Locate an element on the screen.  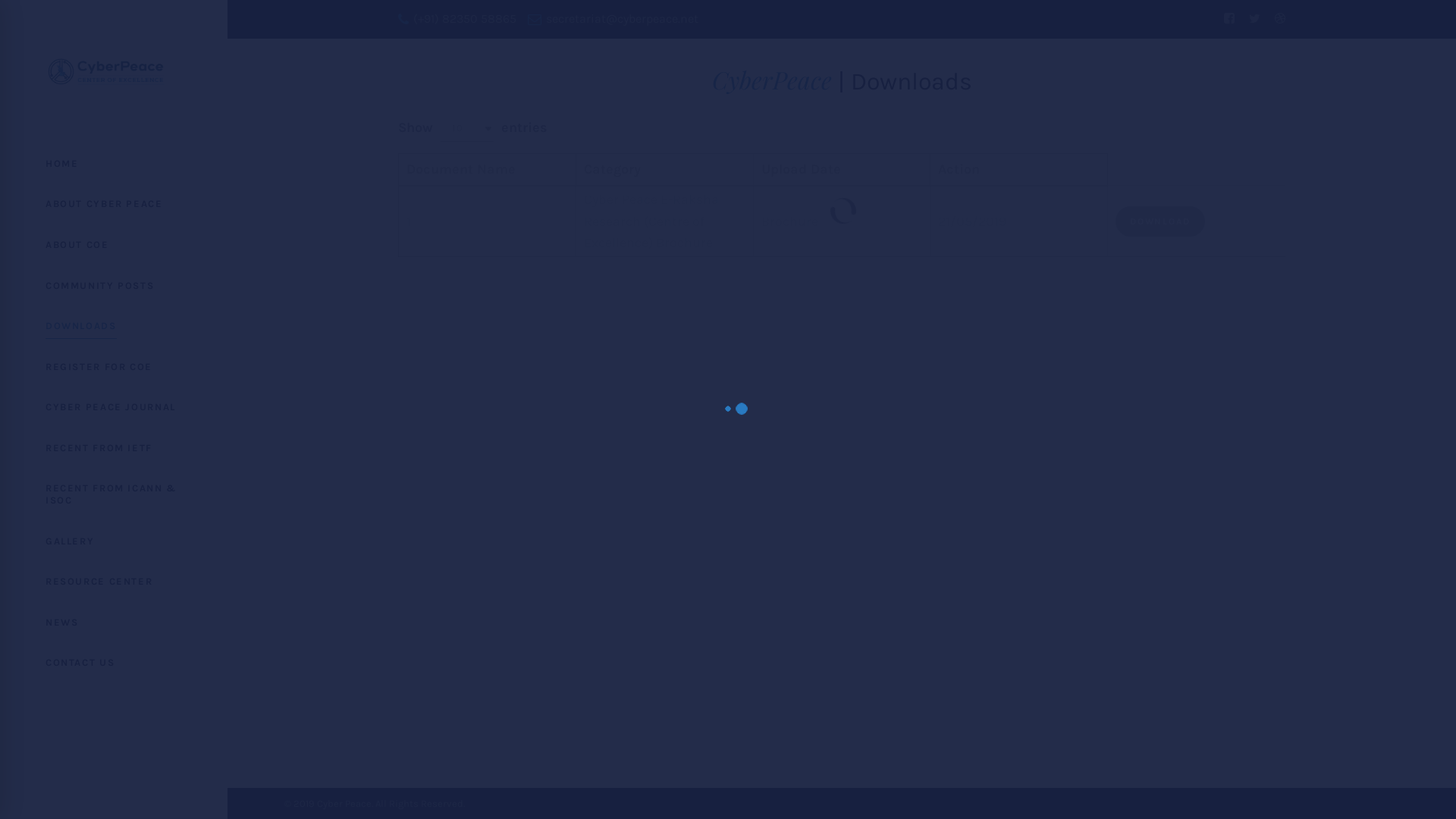
'DOWNLOAD' is located at coordinates (1115, 219).